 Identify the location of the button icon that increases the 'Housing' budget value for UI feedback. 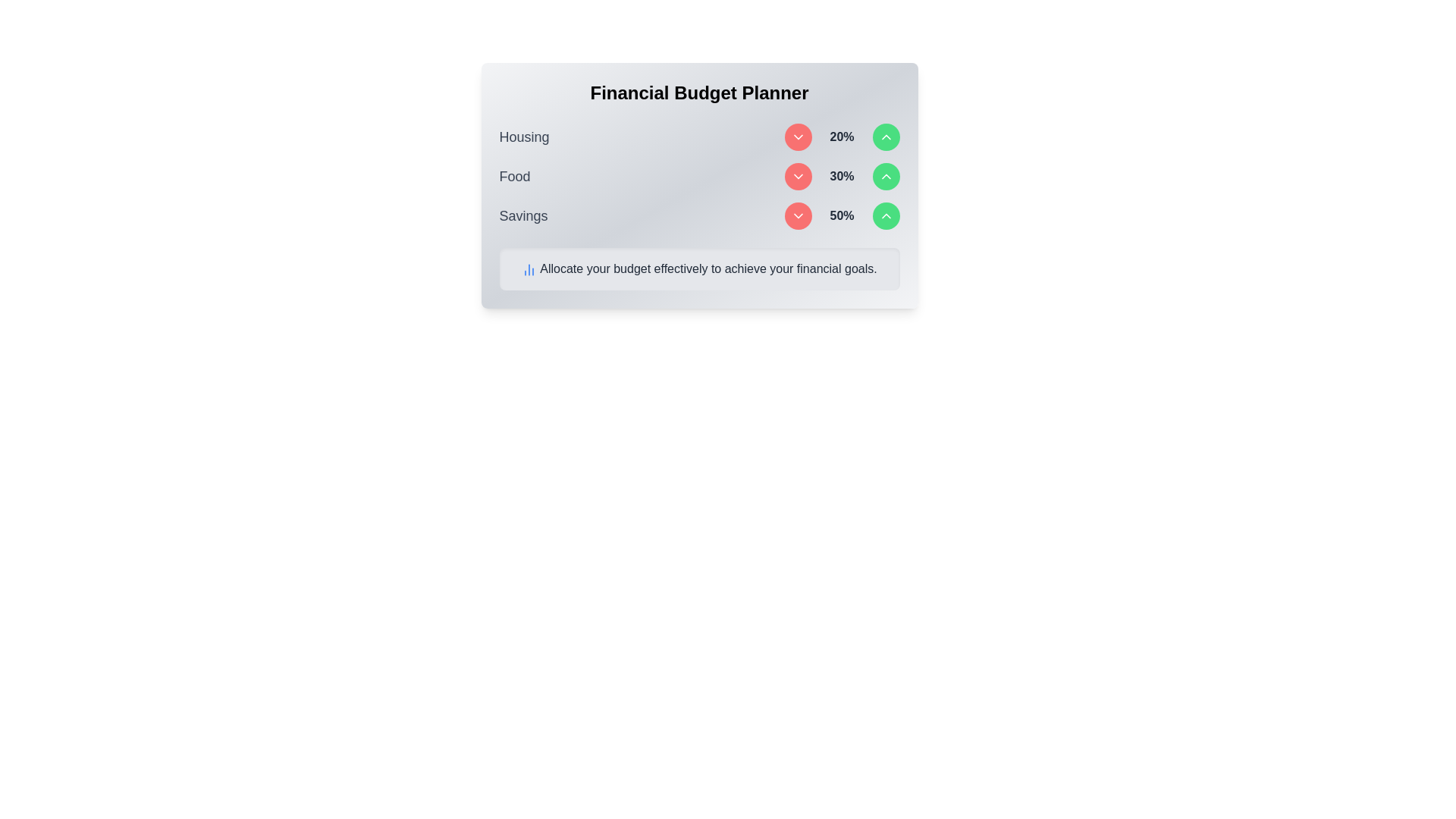
(886, 175).